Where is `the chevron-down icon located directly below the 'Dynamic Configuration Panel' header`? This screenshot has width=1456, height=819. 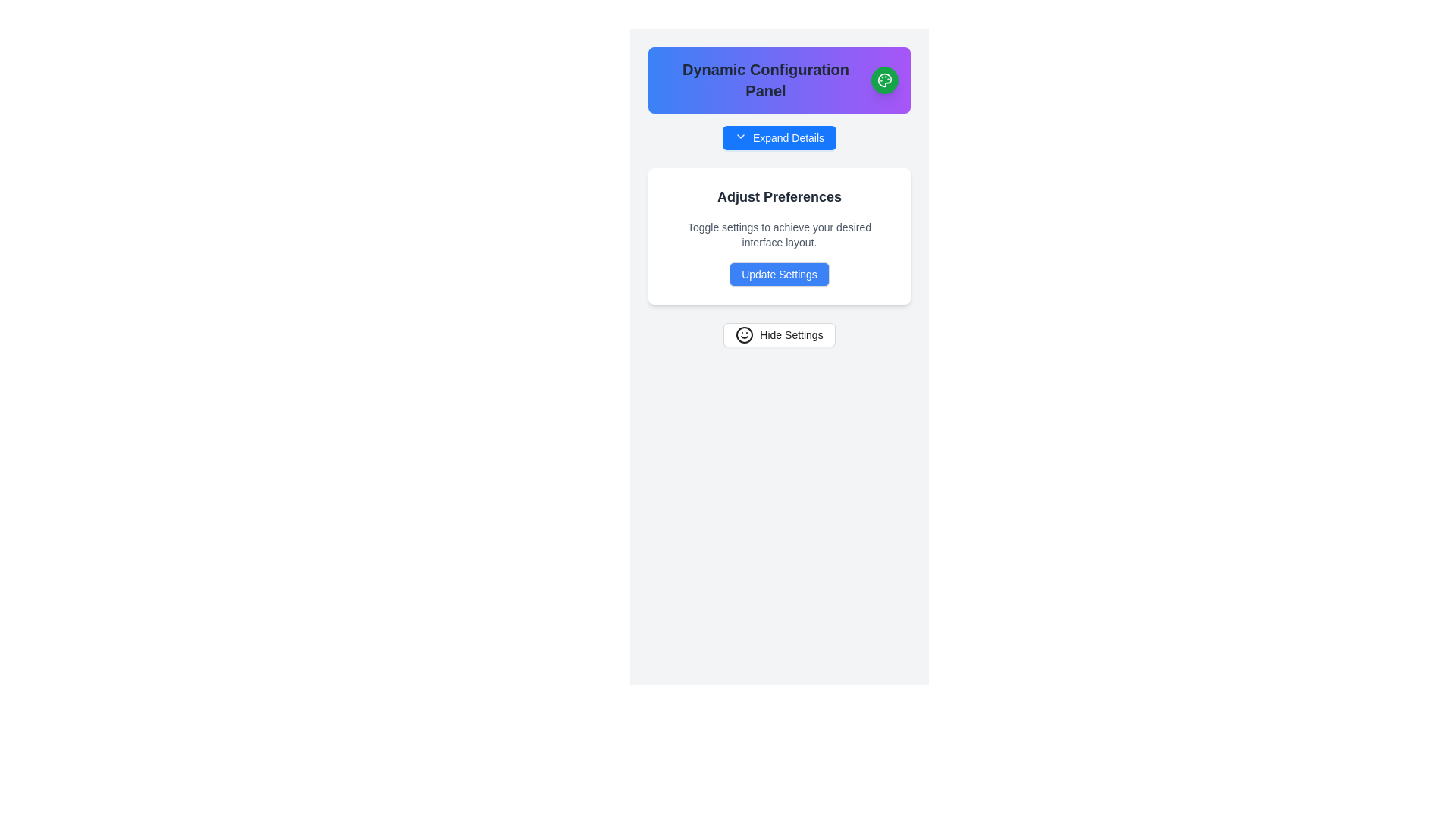 the chevron-down icon located directly below the 'Dynamic Configuration Panel' header is located at coordinates (740, 136).